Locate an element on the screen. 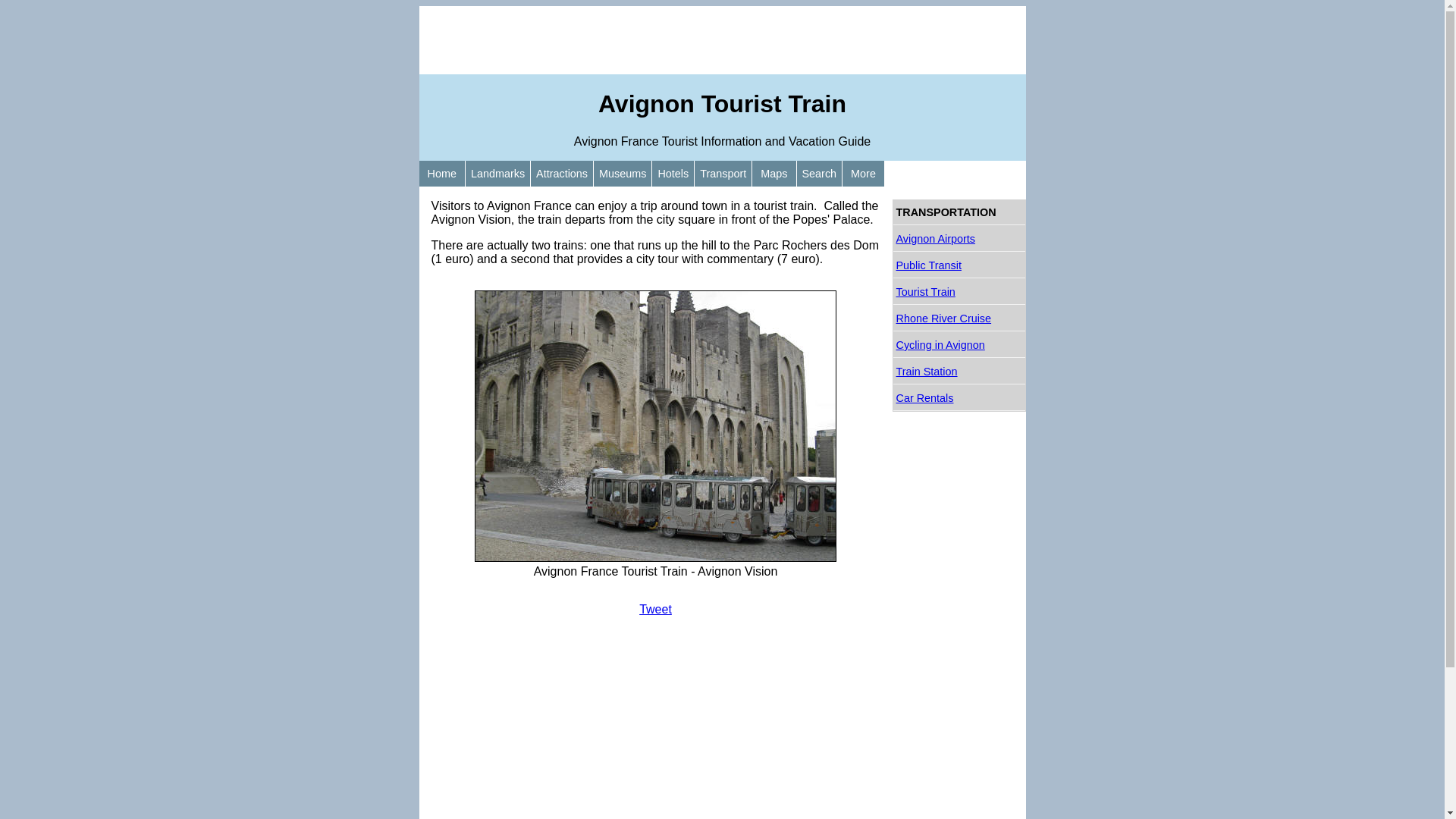  'Train Station' is located at coordinates (959, 372).